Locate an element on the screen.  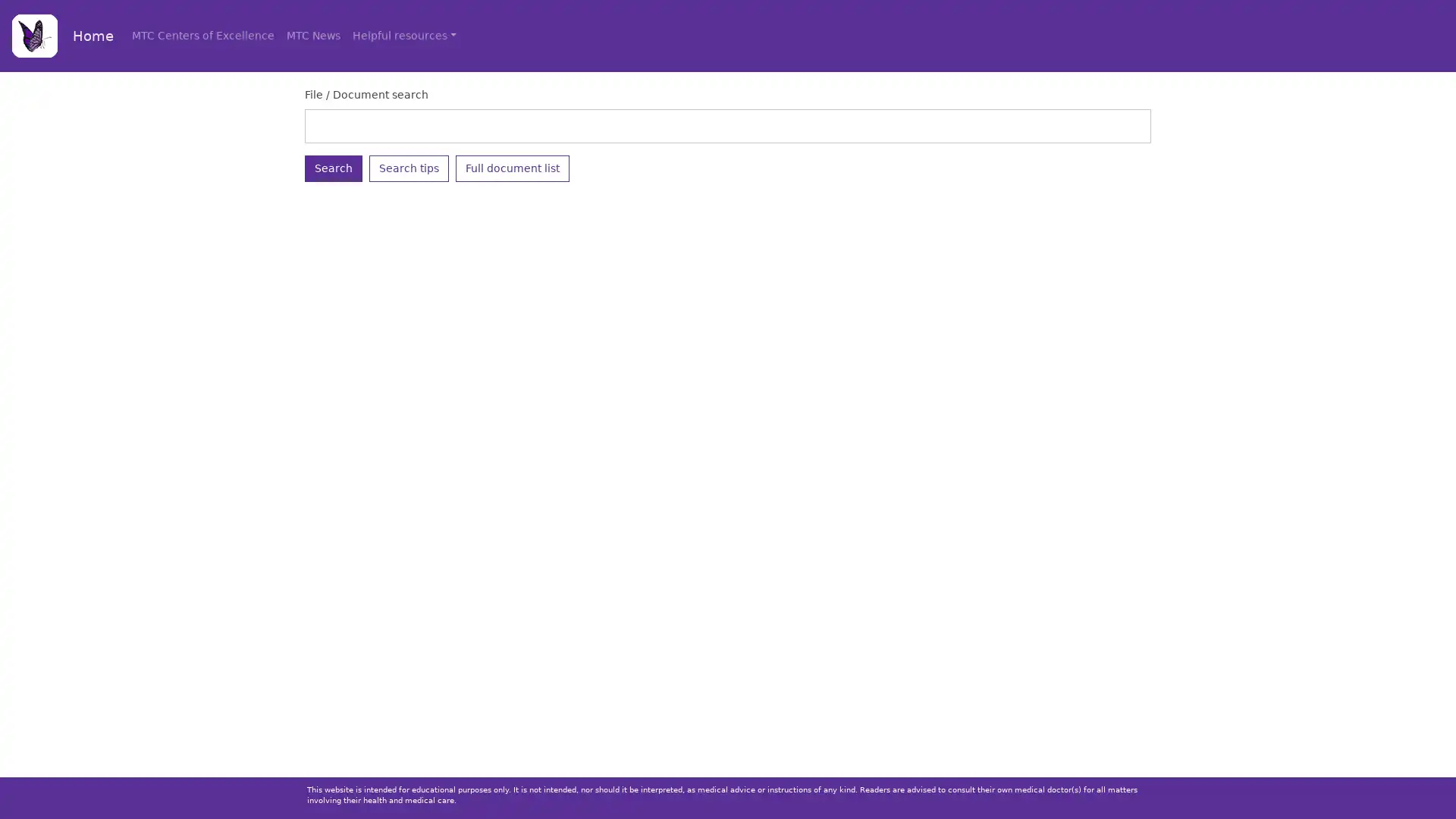
Full document list is located at coordinates (513, 168).